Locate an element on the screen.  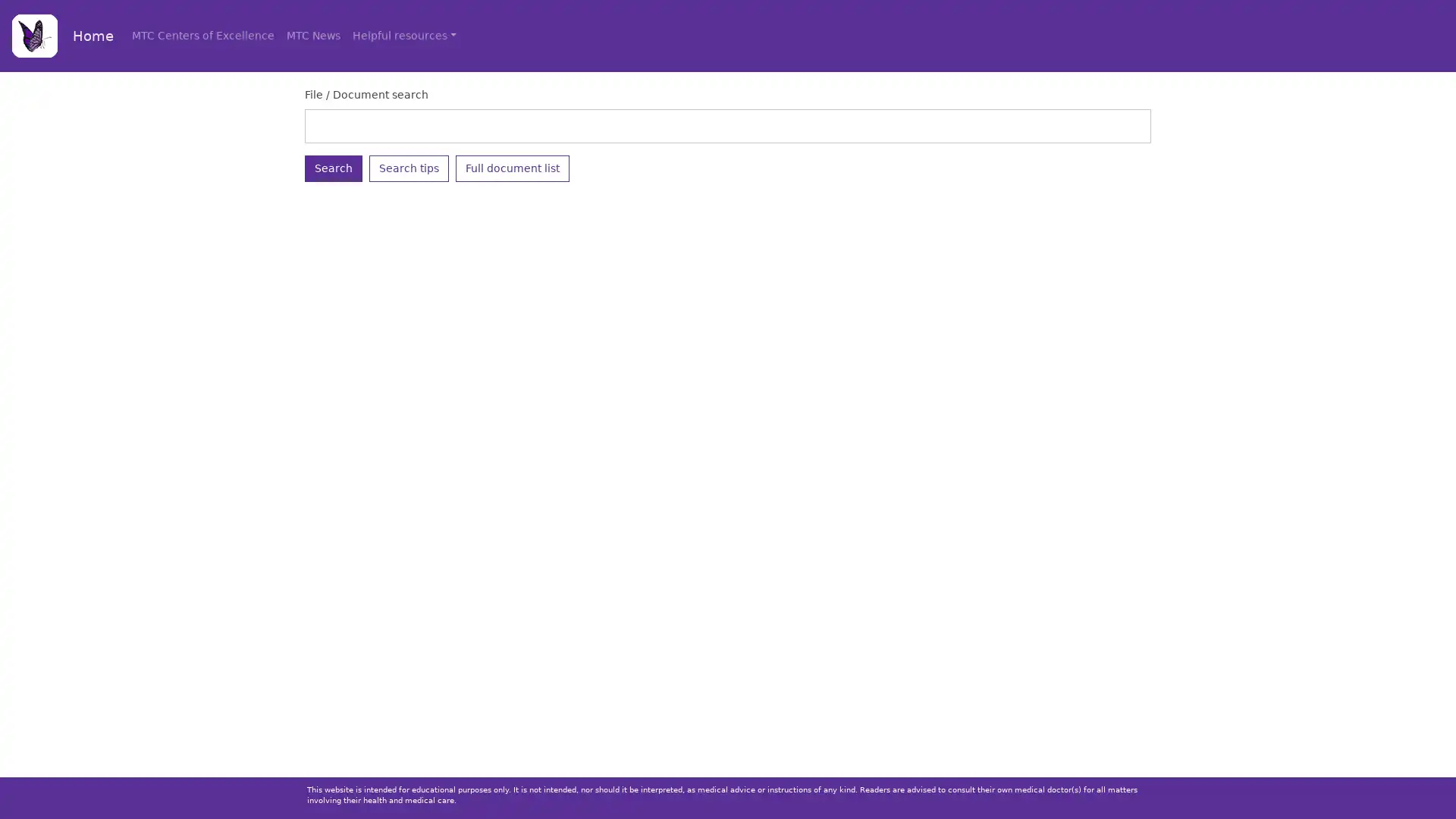
Full document list is located at coordinates (513, 168).